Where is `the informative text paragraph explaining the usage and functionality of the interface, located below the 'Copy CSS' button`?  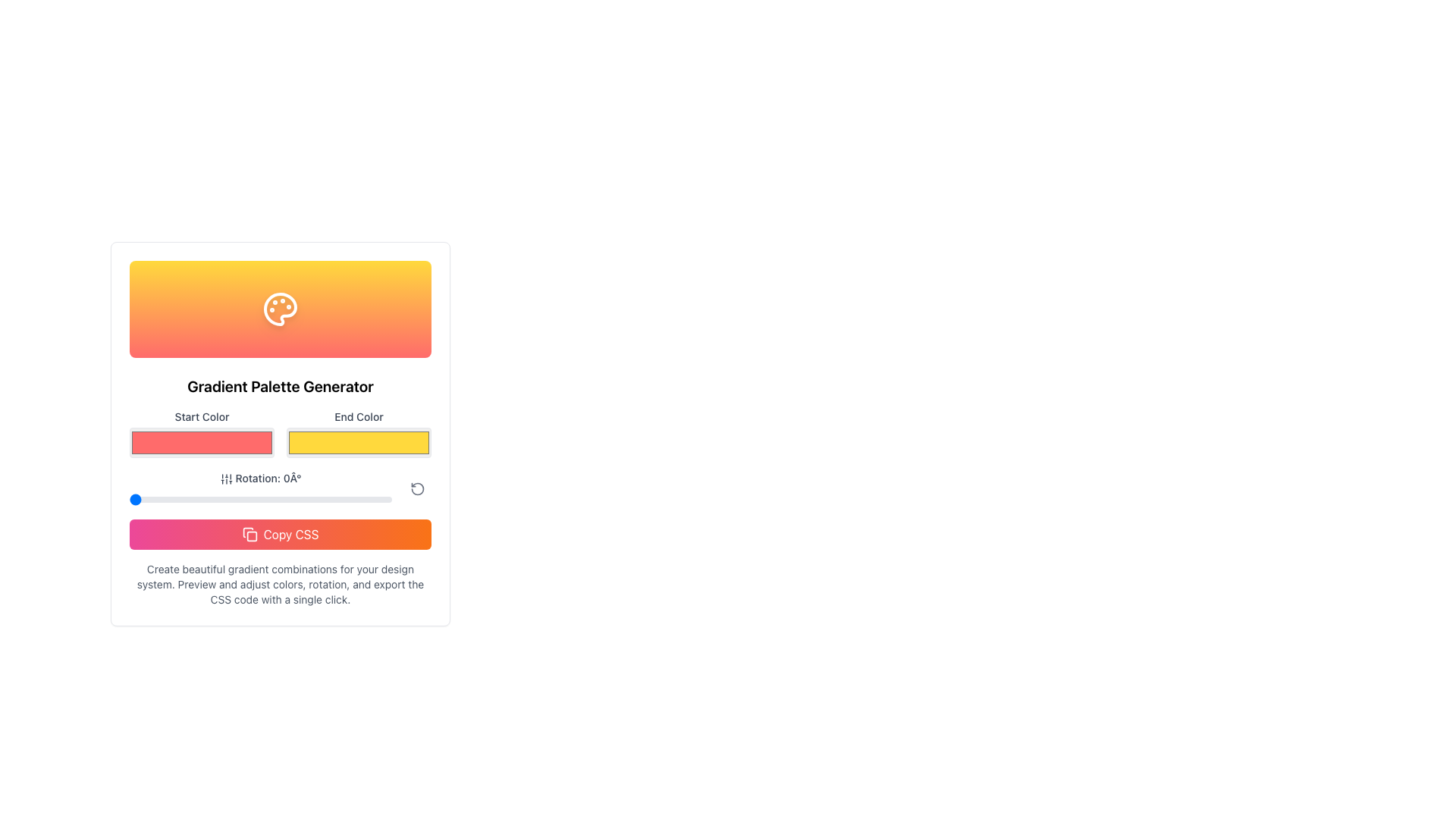
the informative text paragraph explaining the usage and functionality of the interface, located below the 'Copy CSS' button is located at coordinates (280, 584).